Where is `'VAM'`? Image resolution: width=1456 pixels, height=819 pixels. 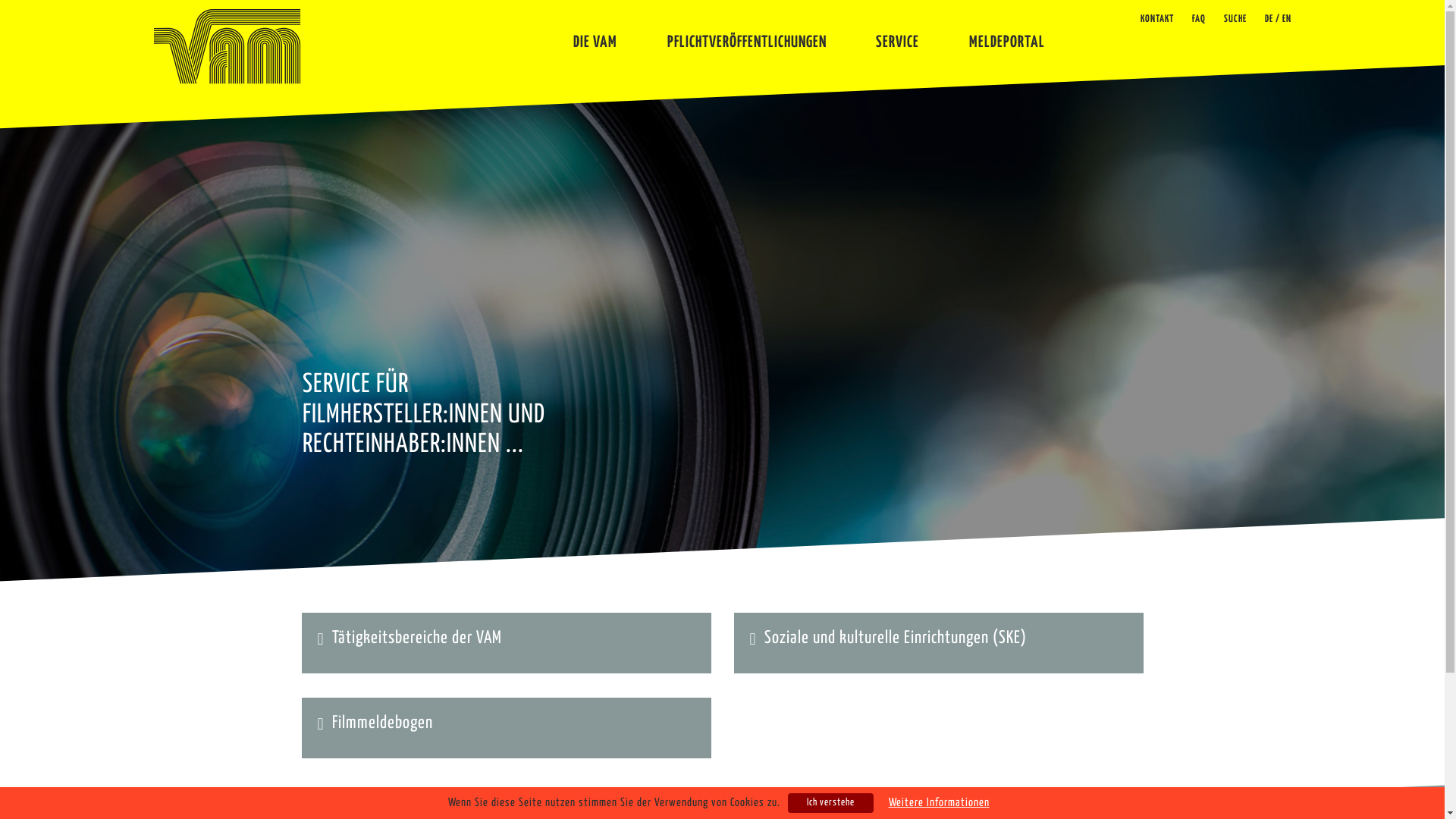
'VAM' is located at coordinates (225, 45).